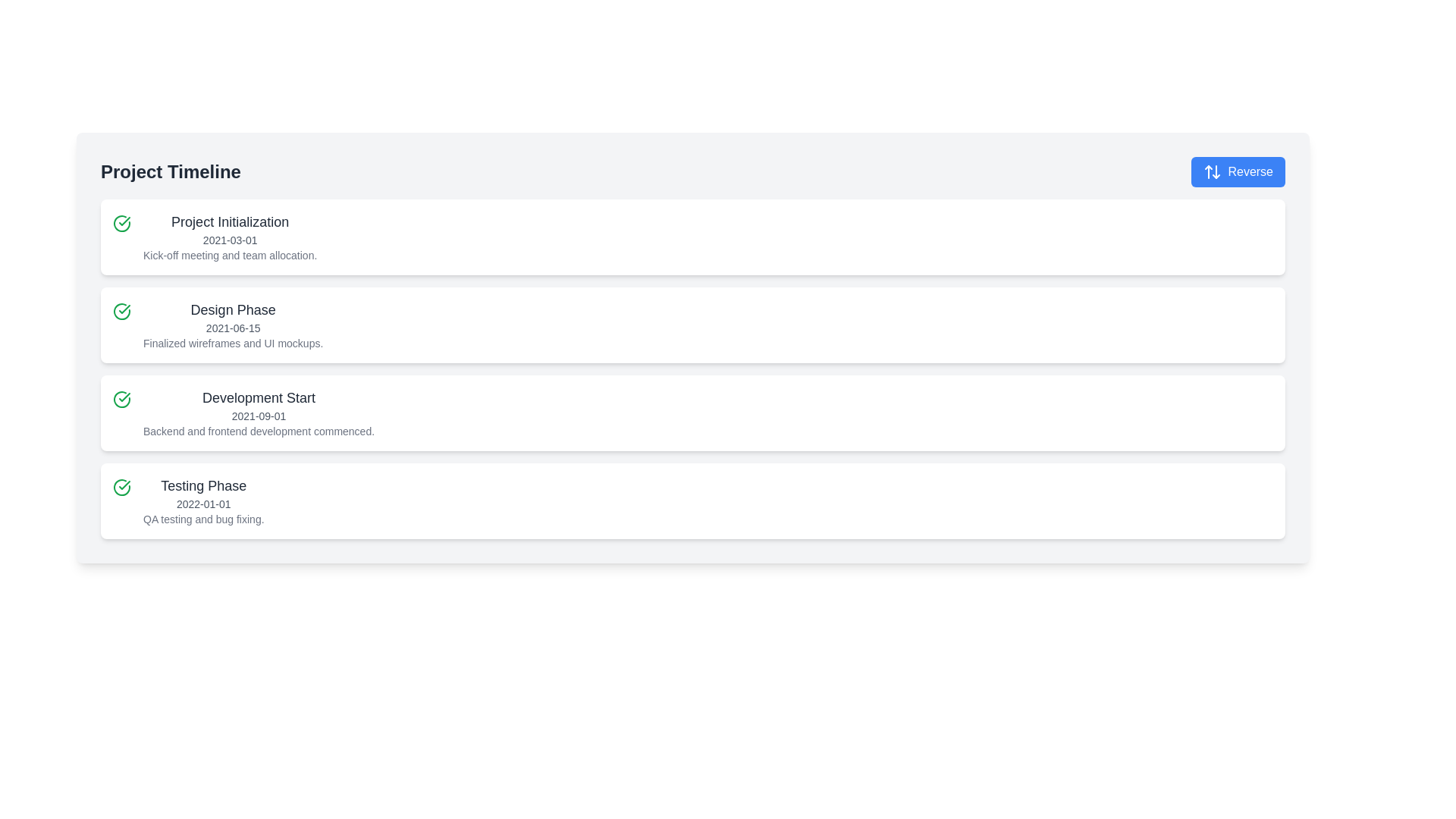 The width and height of the screenshot is (1456, 819). Describe the element at coordinates (259, 397) in the screenshot. I see `the text label that serves as a heading for the timeline event marking the start of the development phase, located above the date label '2021-09-01'` at that location.